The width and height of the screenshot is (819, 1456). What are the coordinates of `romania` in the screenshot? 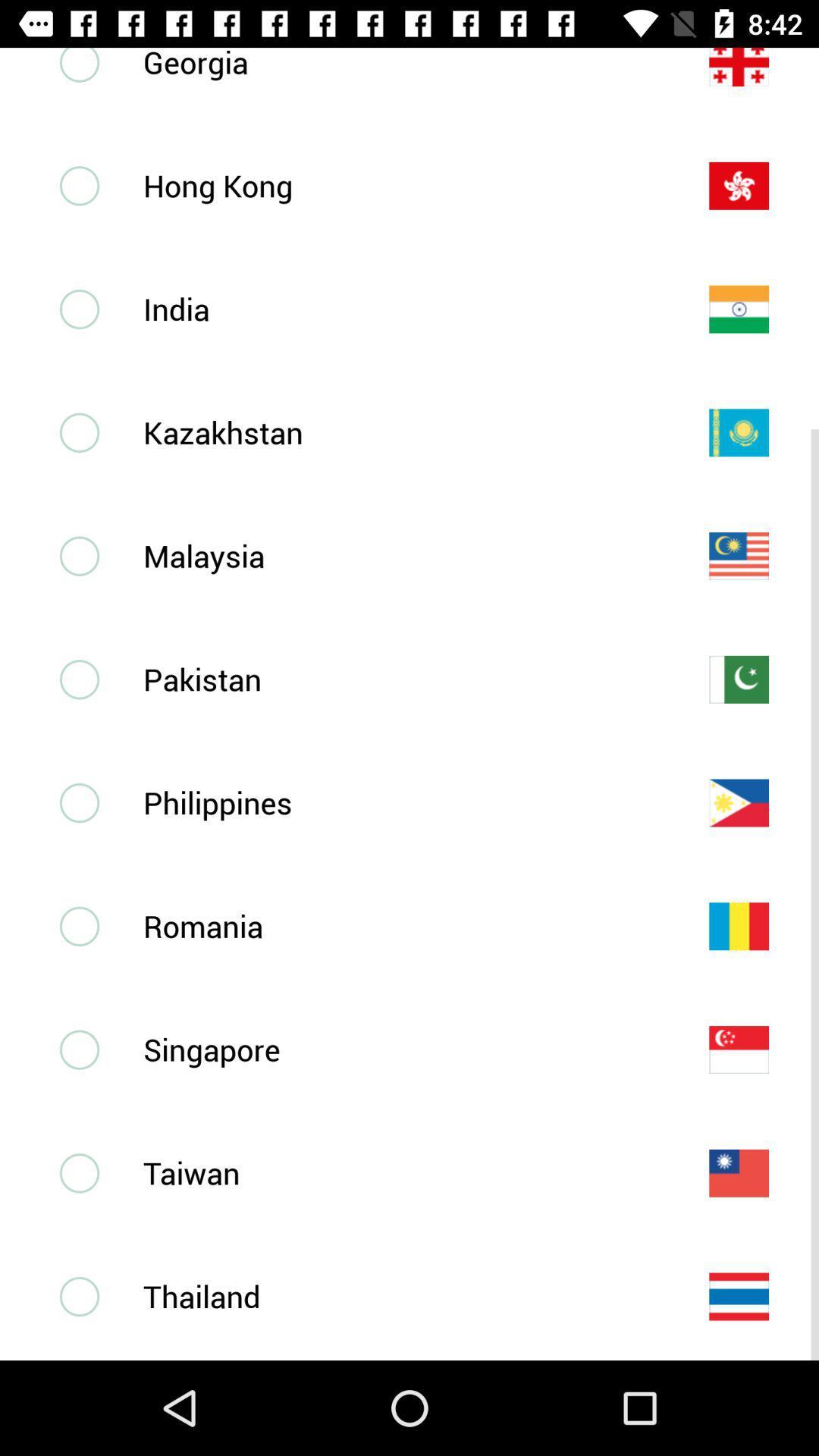 It's located at (400, 925).